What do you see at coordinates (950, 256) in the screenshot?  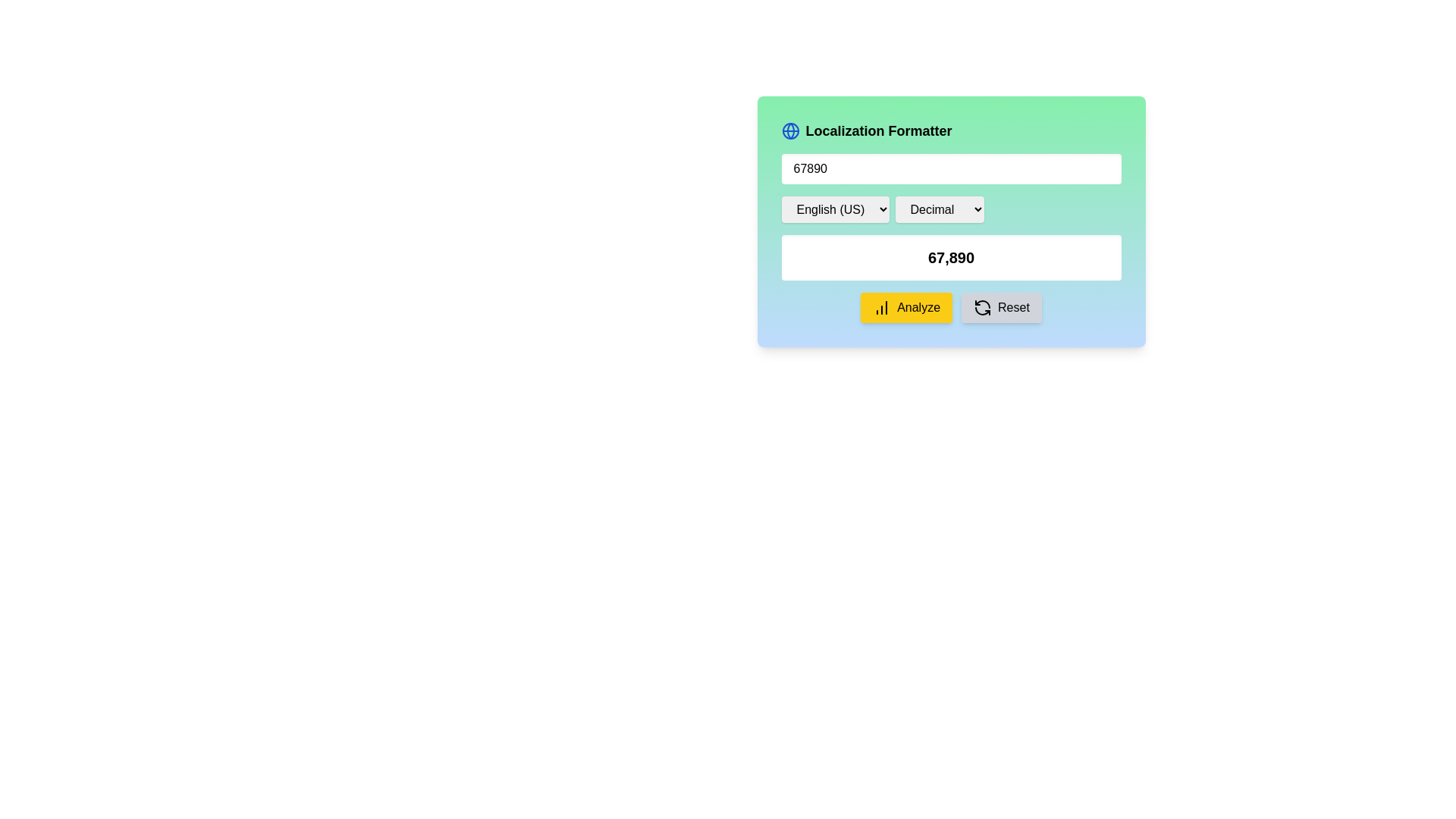 I see `the Text Display that shows the formatted numerical value, located below the dropdown selection buttons labeled 'English (US)' and 'Decimal', and above the buttons 'Analyze' and 'Reset'` at bounding box center [950, 256].